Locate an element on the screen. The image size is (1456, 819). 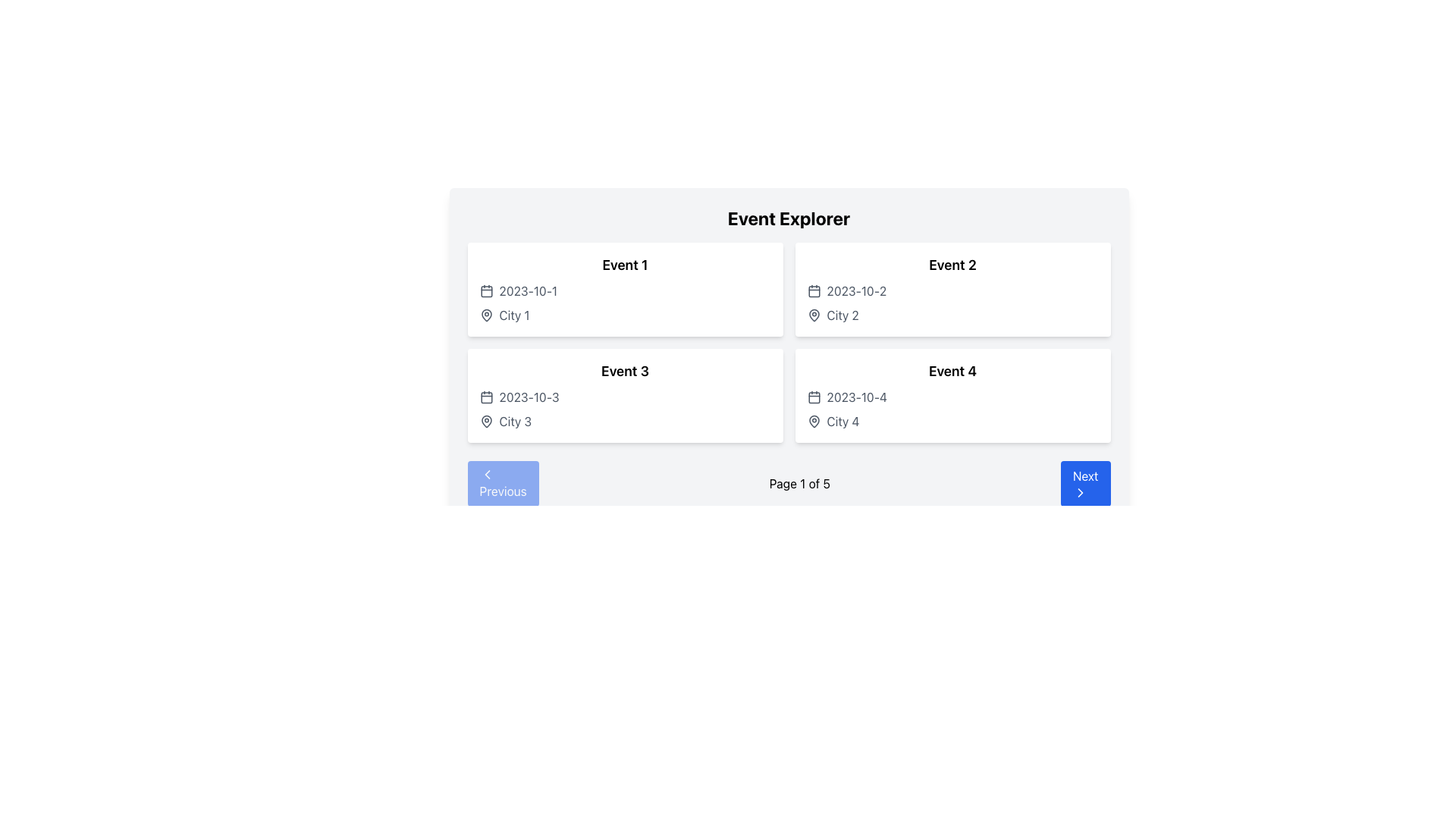
the 'Event 1' card element located in the top-left corner of the grid layout is located at coordinates (625, 289).